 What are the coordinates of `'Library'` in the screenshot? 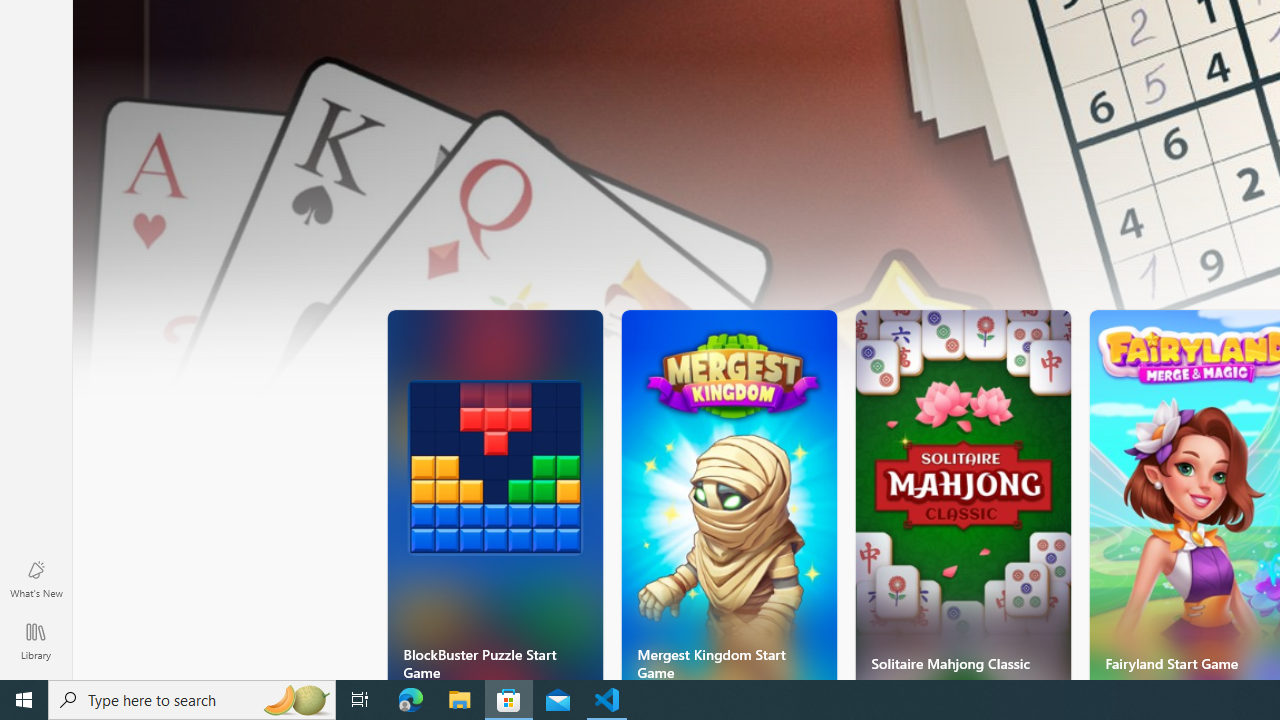 It's located at (35, 640).